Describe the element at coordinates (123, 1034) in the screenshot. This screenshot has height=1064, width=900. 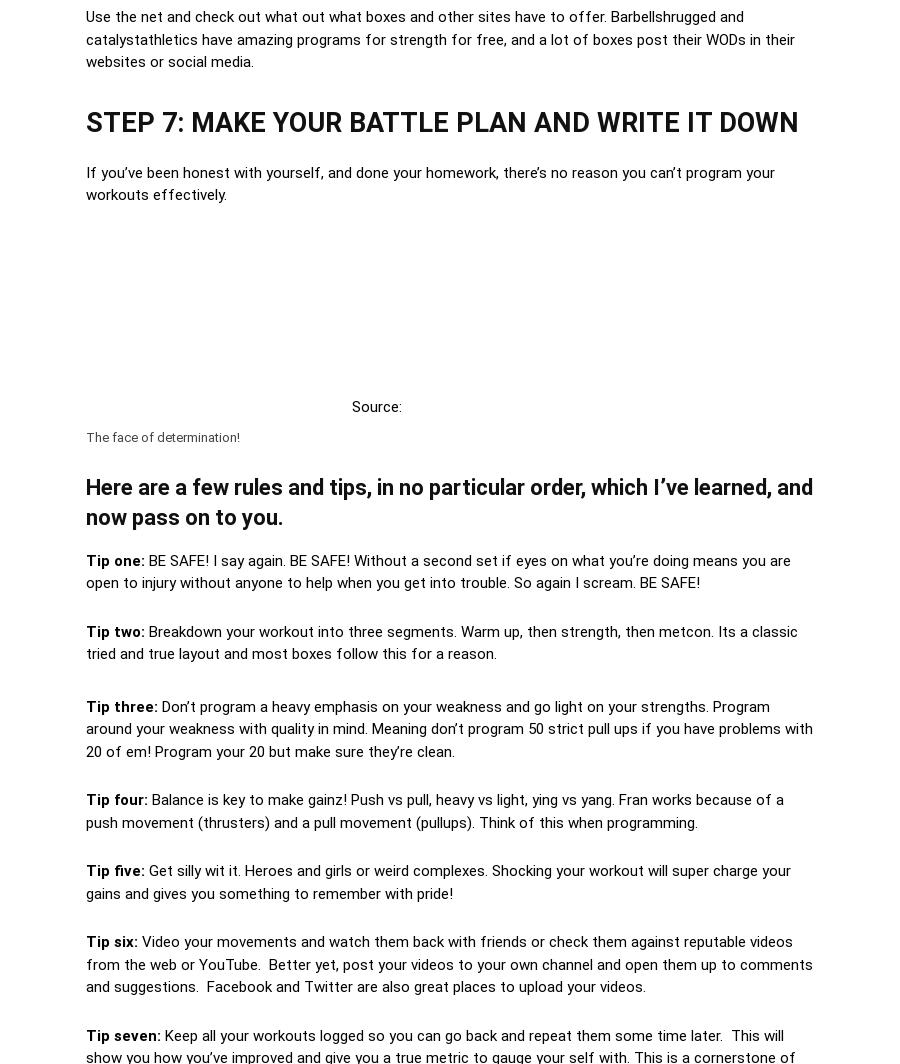
I see `'Tip seven:'` at that location.